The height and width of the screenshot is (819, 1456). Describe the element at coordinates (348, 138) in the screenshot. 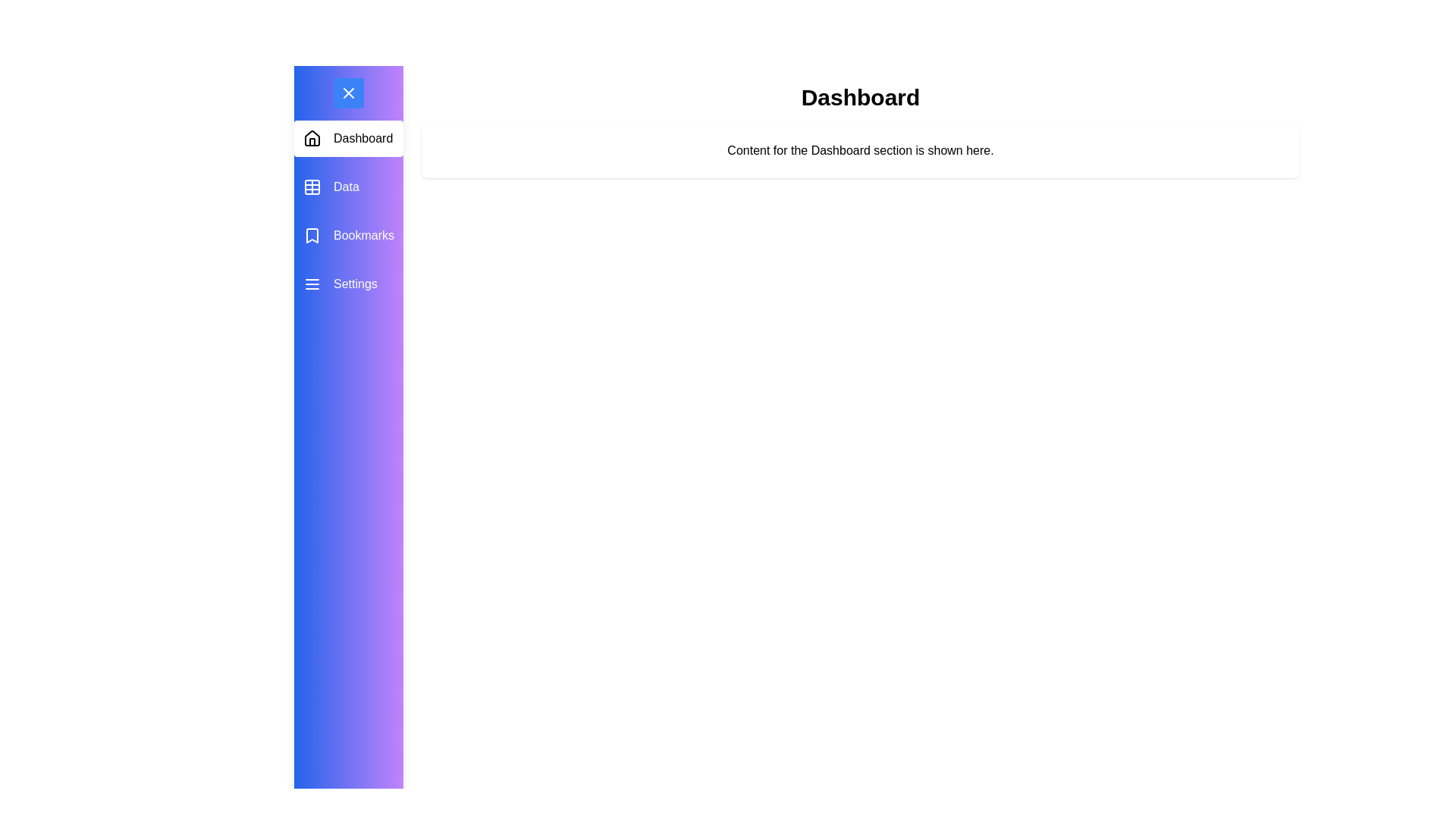

I see `the menu item Dashboard from the drawer` at that location.